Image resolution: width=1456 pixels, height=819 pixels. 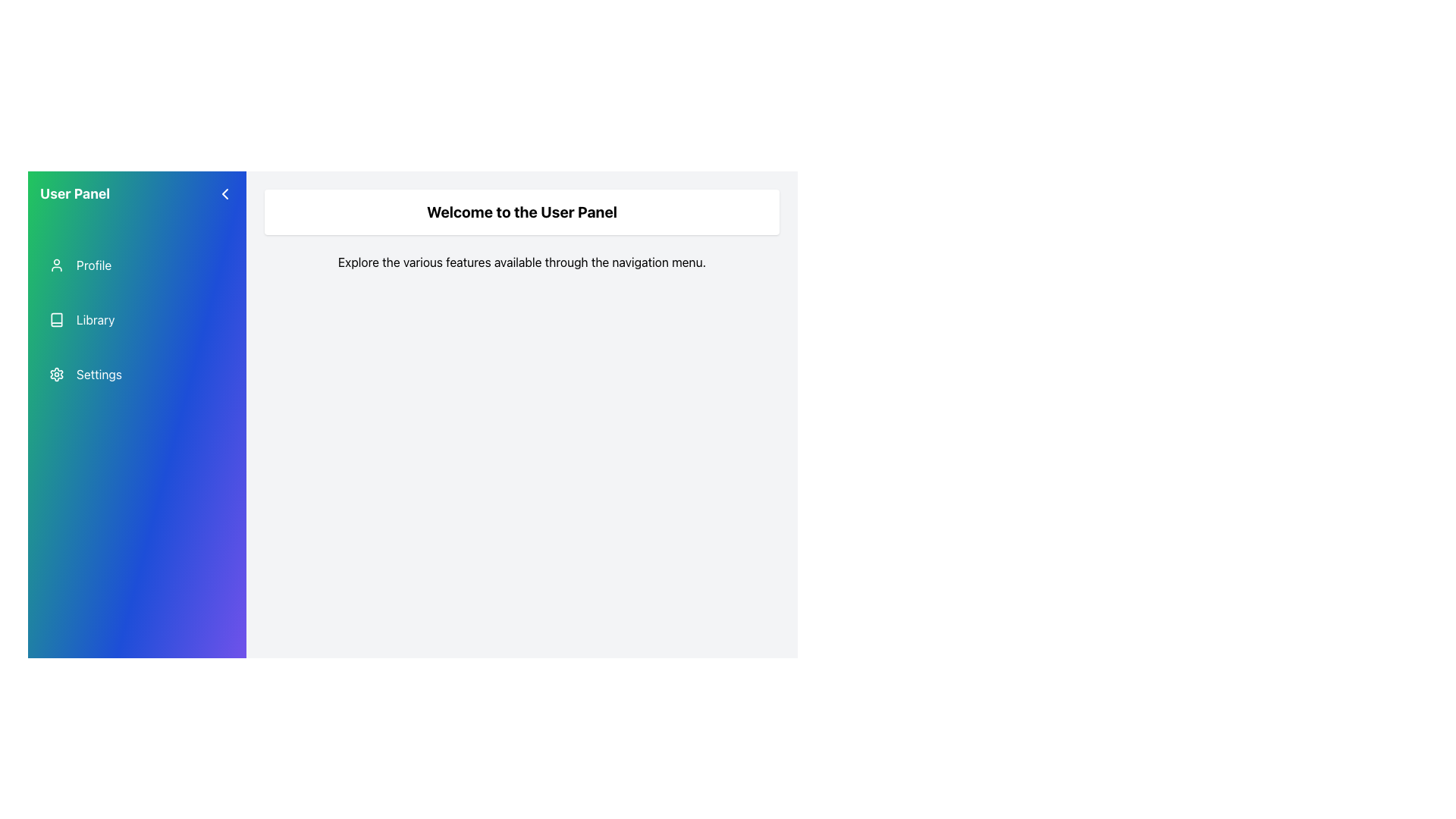 What do you see at coordinates (93, 265) in the screenshot?
I see `the 'Profile' text label in the sidebar navigation menu` at bounding box center [93, 265].